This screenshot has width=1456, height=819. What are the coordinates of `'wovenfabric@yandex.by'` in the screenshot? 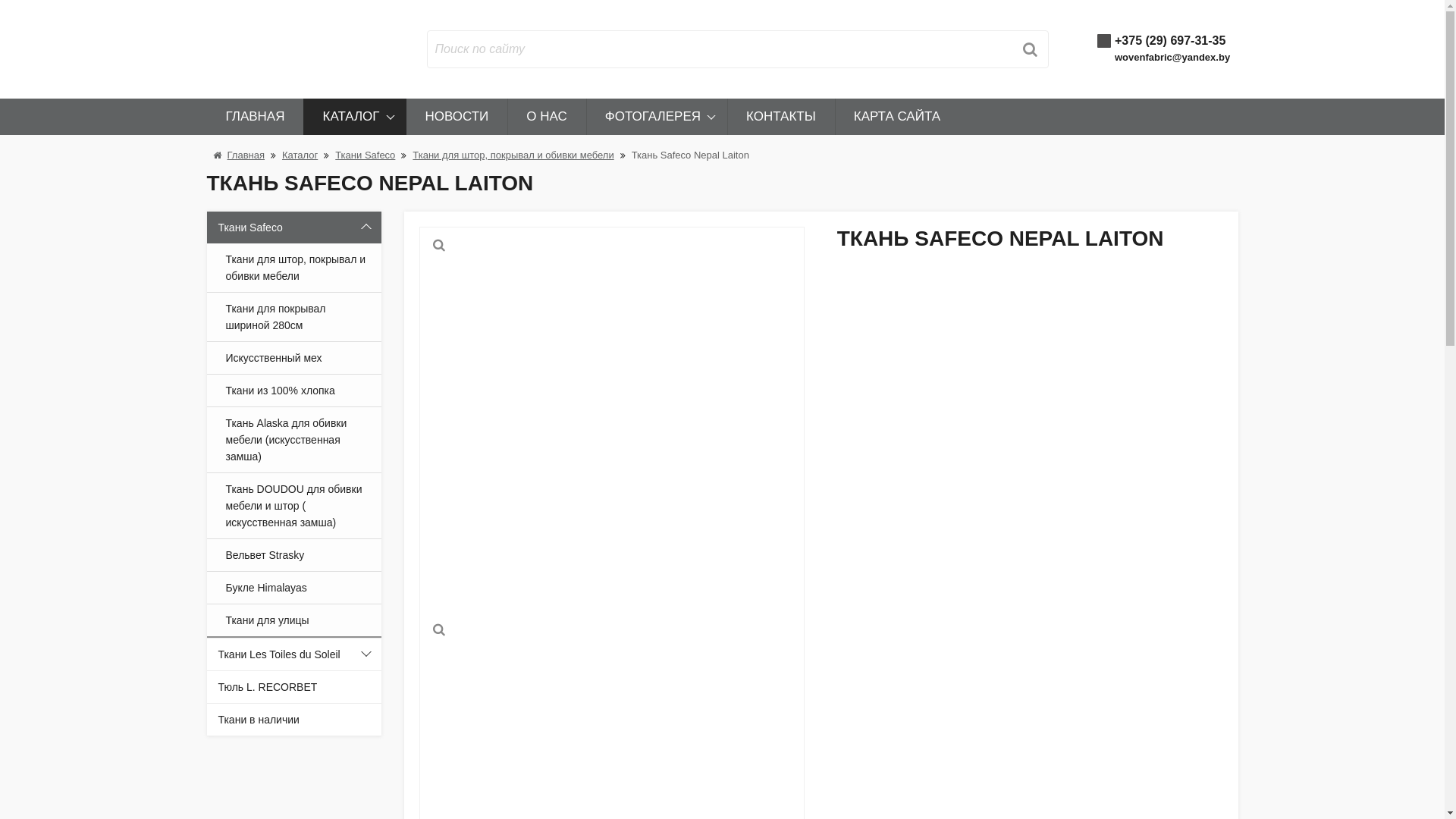 It's located at (1171, 56).